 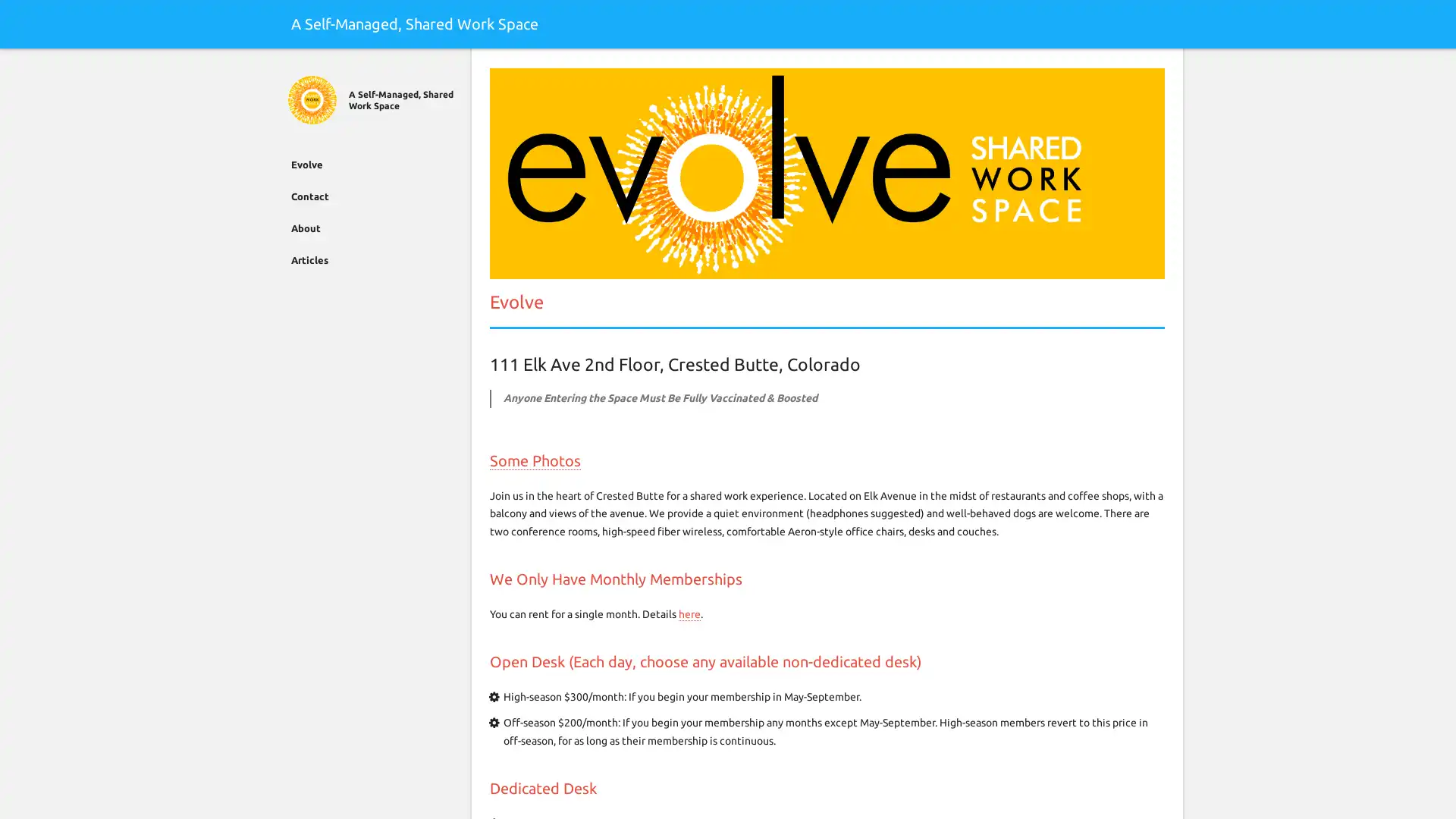 What do you see at coordinates (297, 66) in the screenshot?
I see `Close` at bounding box center [297, 66].